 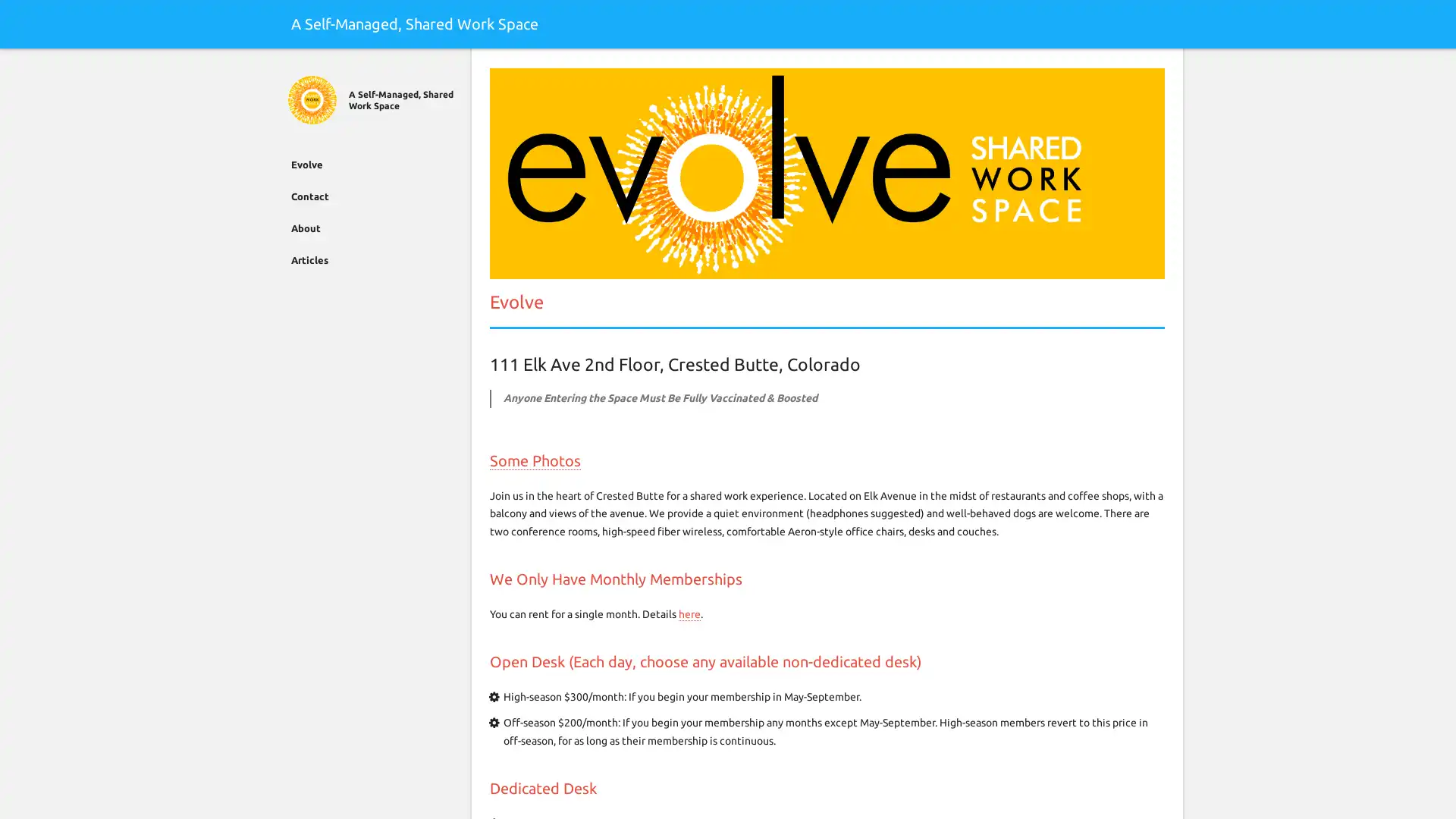 What do you see at coordinates (297, 66) in the screenshot?
I see `Close` at bounding box center [297, 66].